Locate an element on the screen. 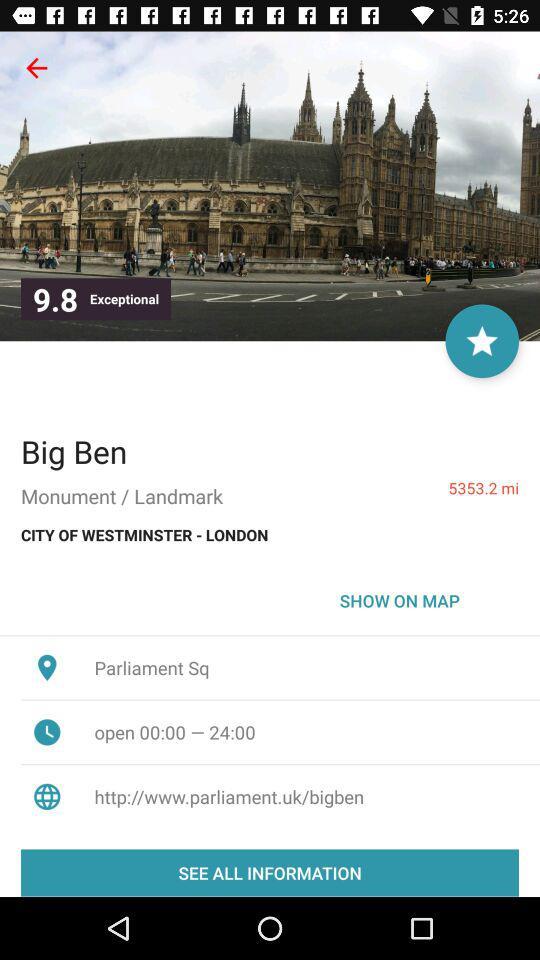 Image resolution: width=540 pixels, height=960 pixels. the item above the monument / landmark is located at coordinates (73, 451).